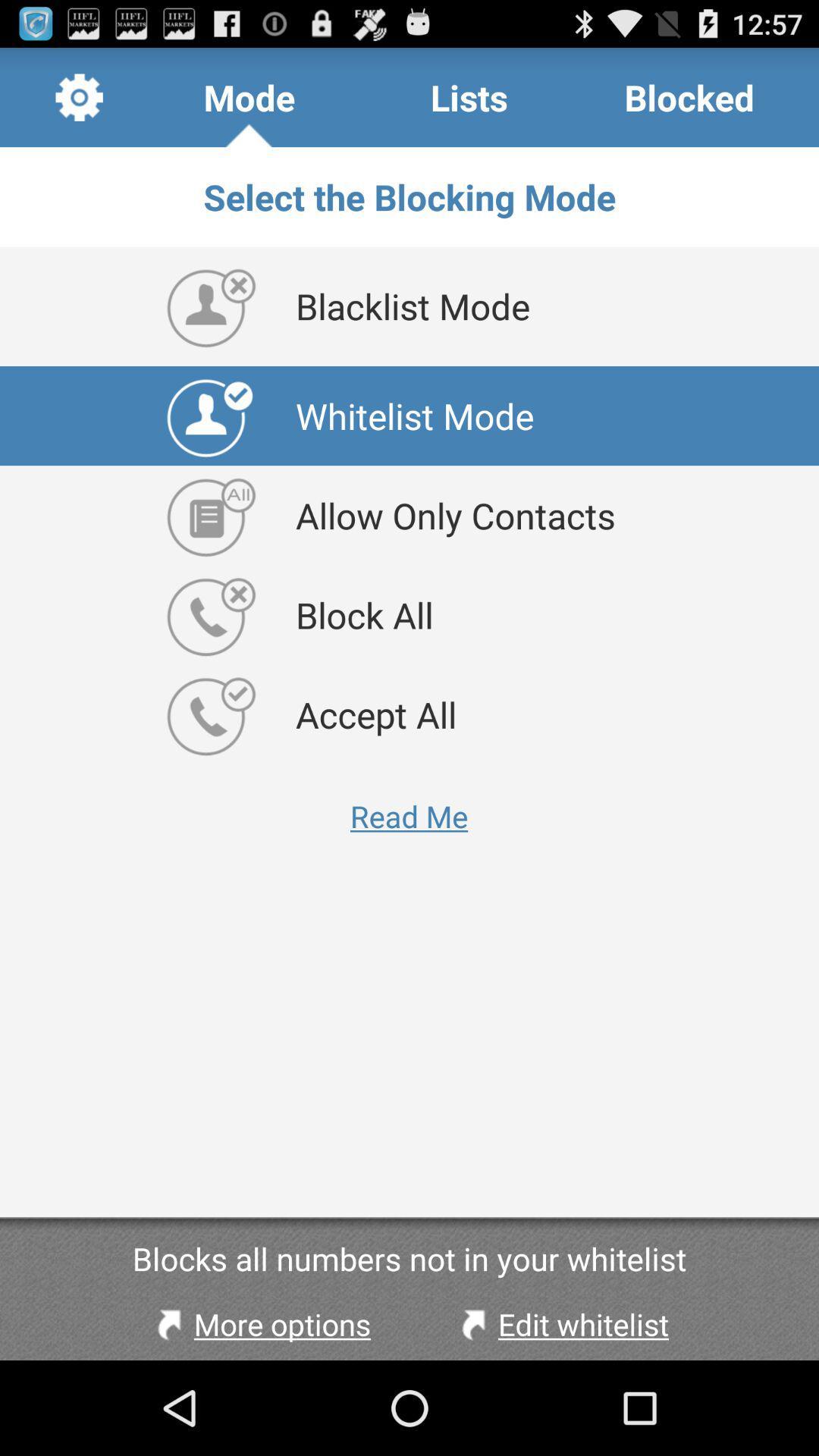 The width and height of the screenshot is (819, 1456). What do you see at coordinates (469, 96) in the screenshot?
I see `the icon to the left of the blocked` at bounding box center [469, 96].